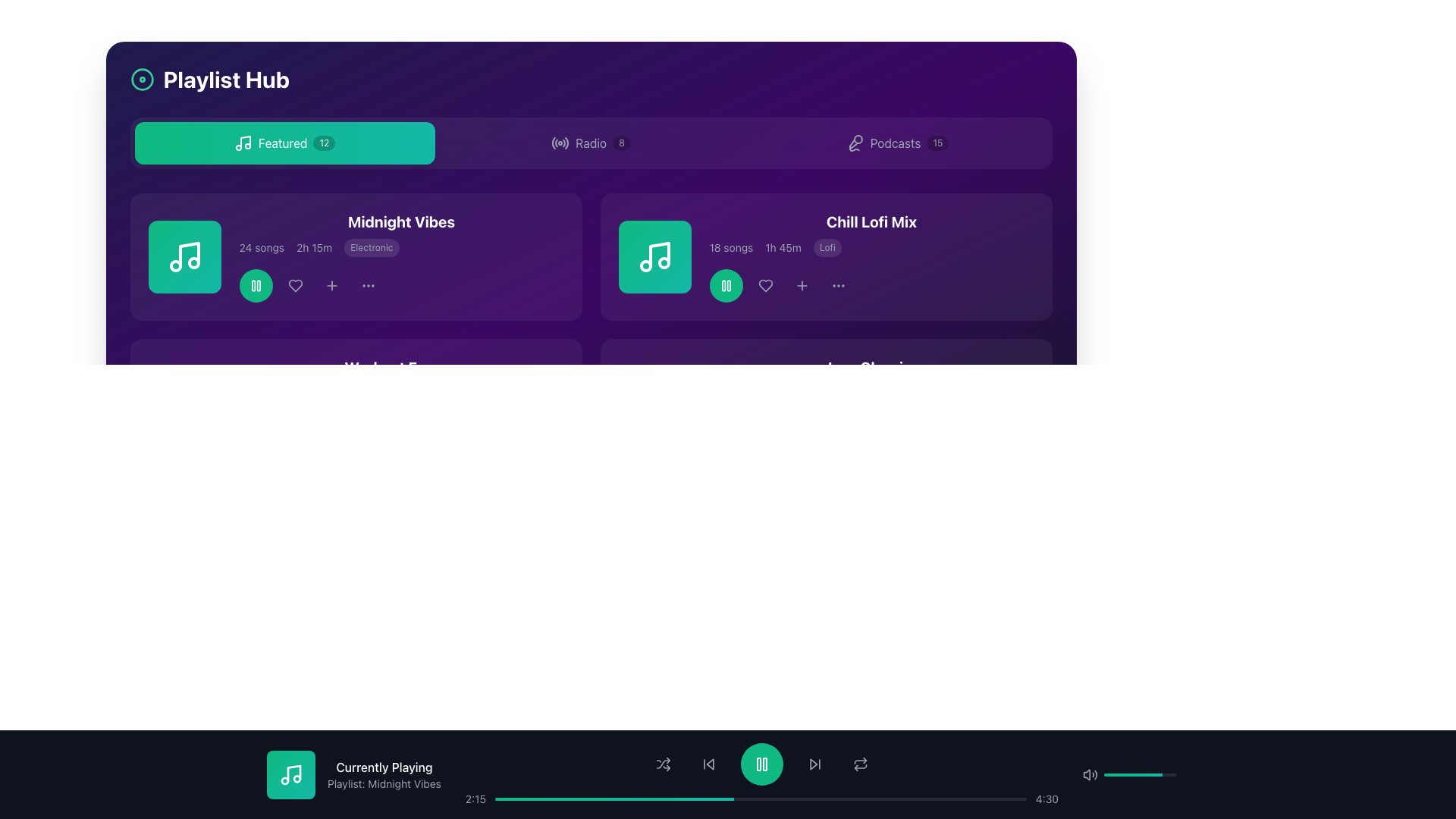 This screenshot has width=1456, height=819. I want to click on the circular icon resembling a radio transmission symbol located in the 'Radio' button in the top navigation bar, so click(560, 143).